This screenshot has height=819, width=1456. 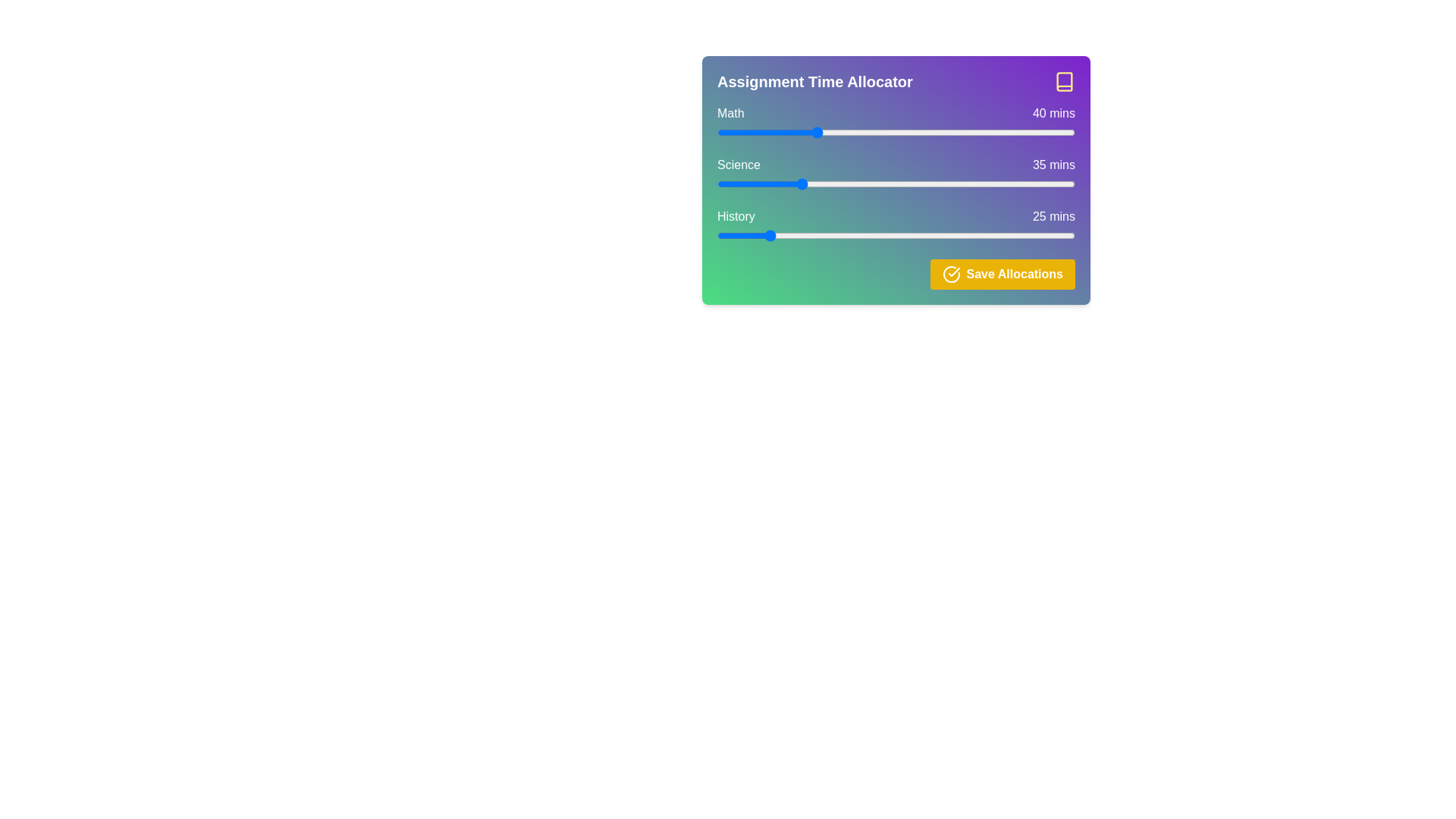 I want to click on the yellow book icon located in the top right corner of the 'Assignment Time Allocator' header, so click(x=1063, y=82).